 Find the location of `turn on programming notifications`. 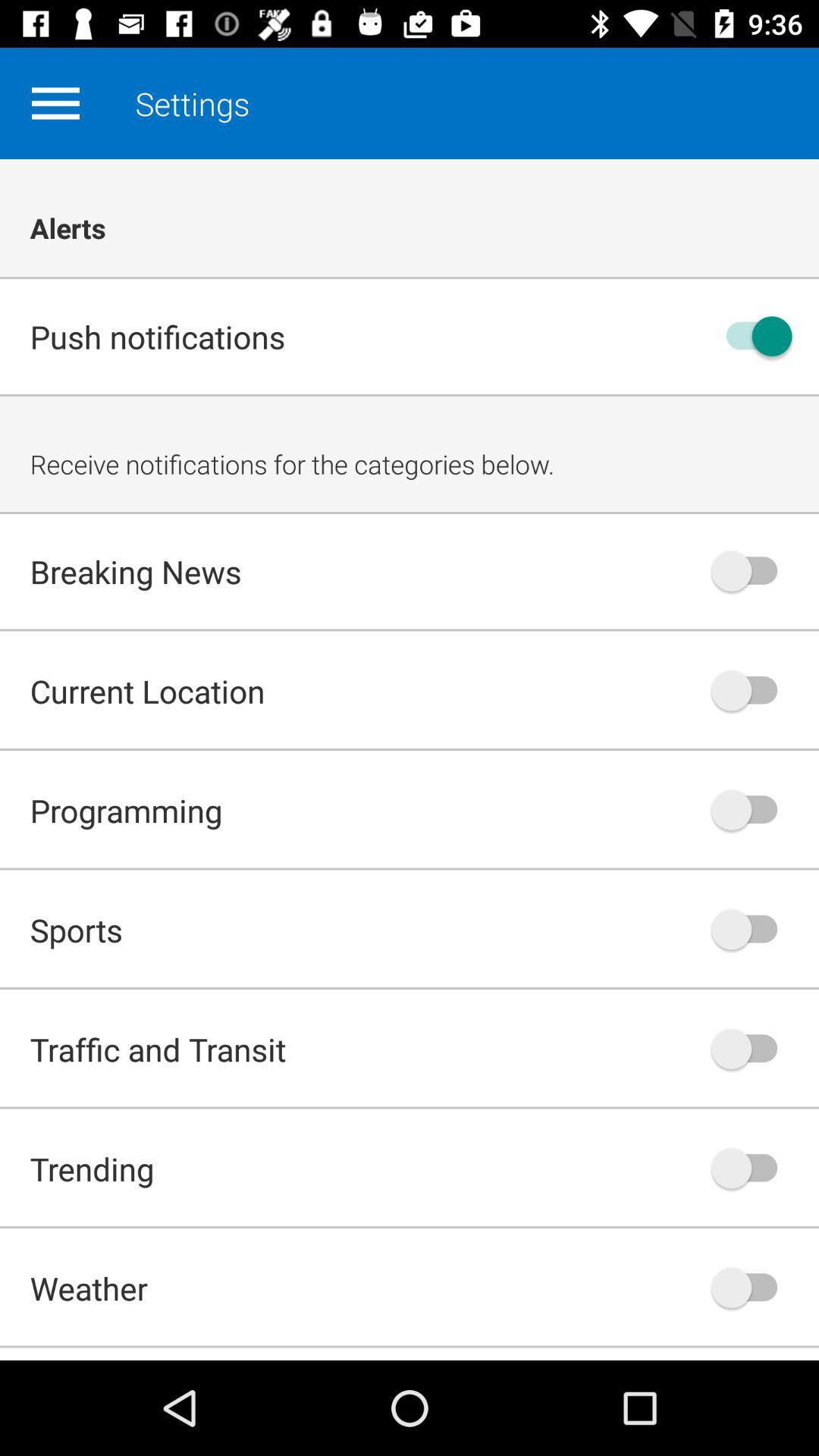

turn on programming notifications is located at coordinates (752, 809).